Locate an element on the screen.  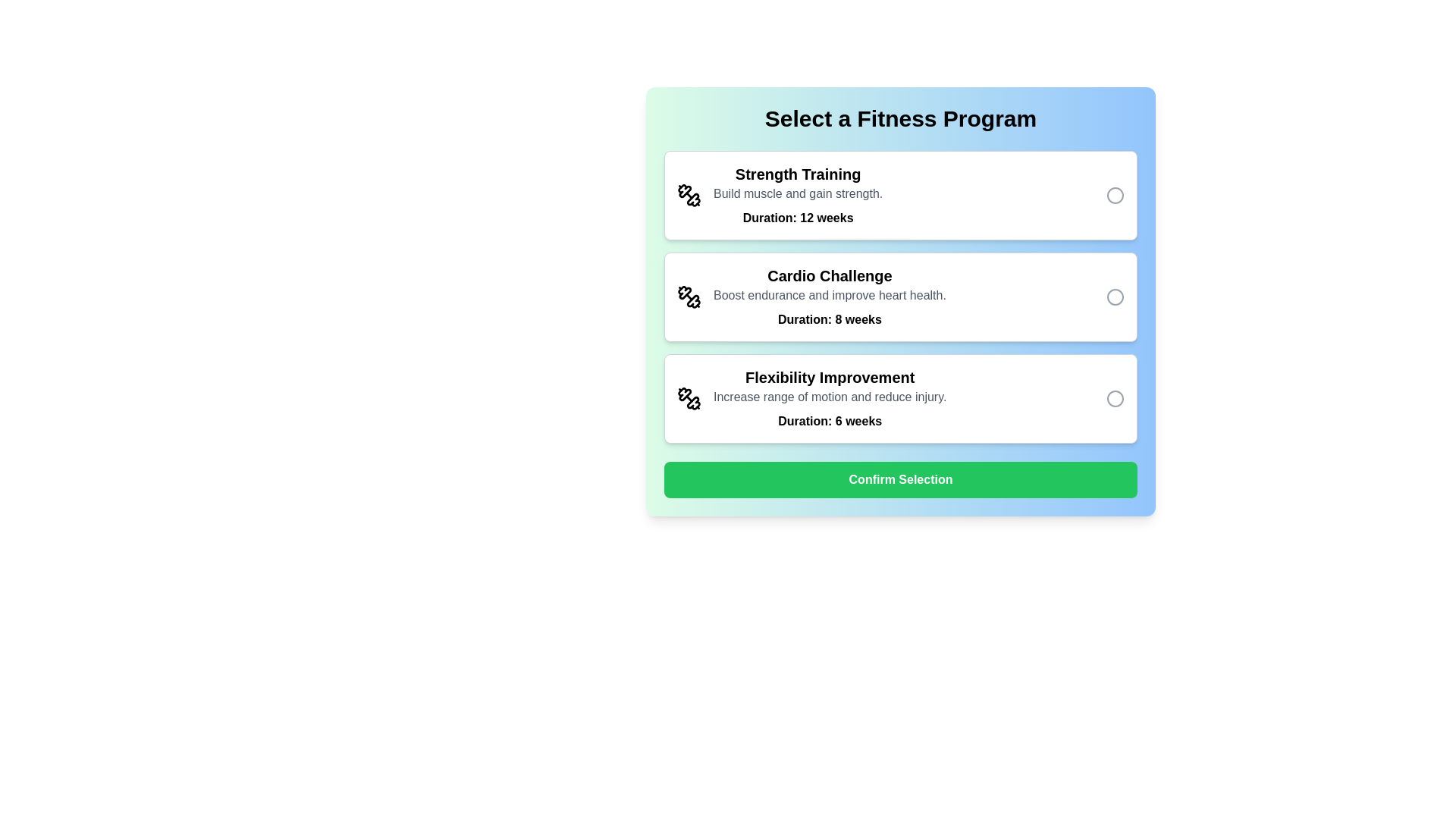
the text label for the third fitness program option, located between 'Cardio Challenge' and its associated information text is located at coordinates (829, 376).